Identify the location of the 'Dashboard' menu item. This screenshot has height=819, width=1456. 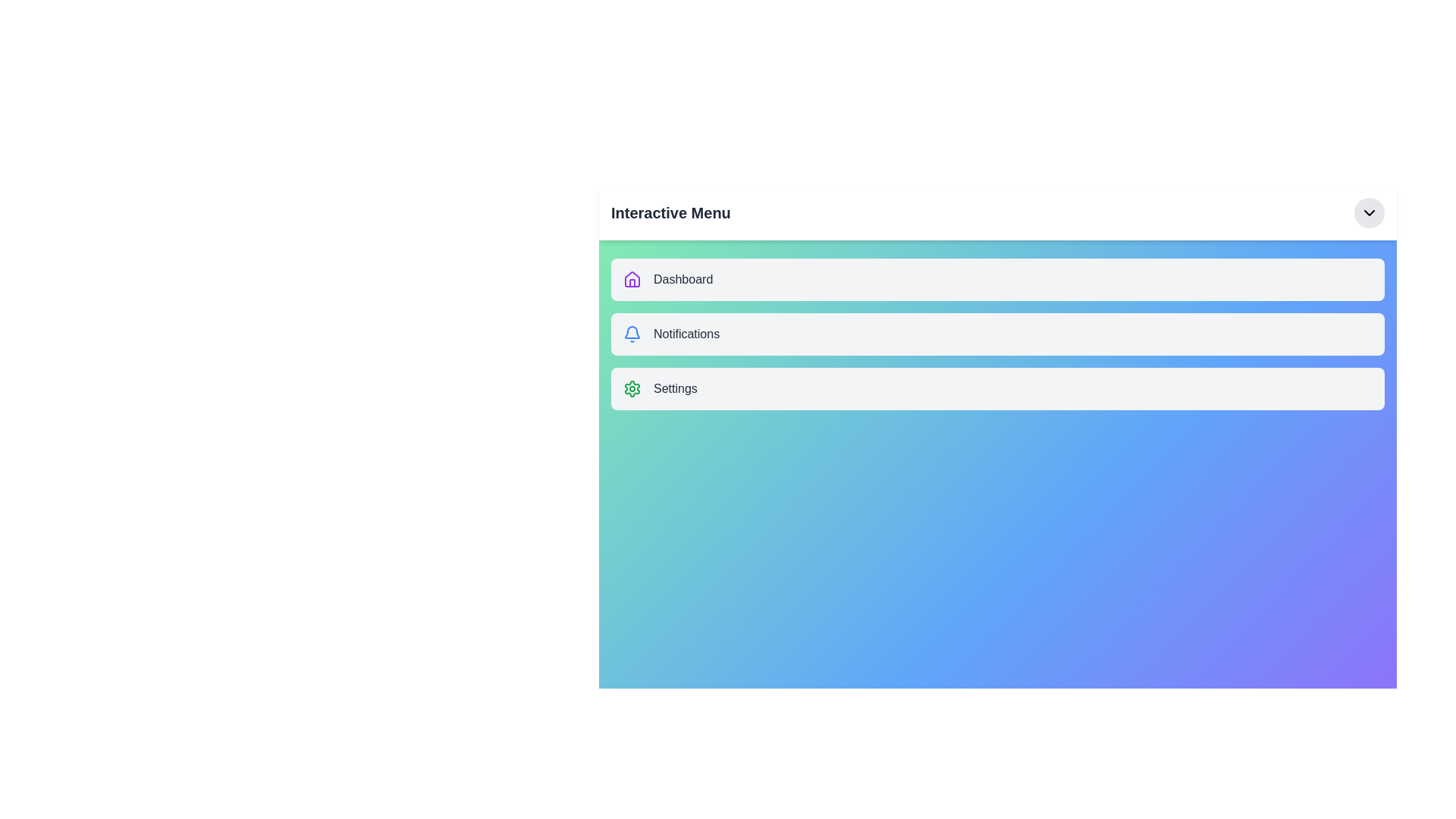
(997, 280).